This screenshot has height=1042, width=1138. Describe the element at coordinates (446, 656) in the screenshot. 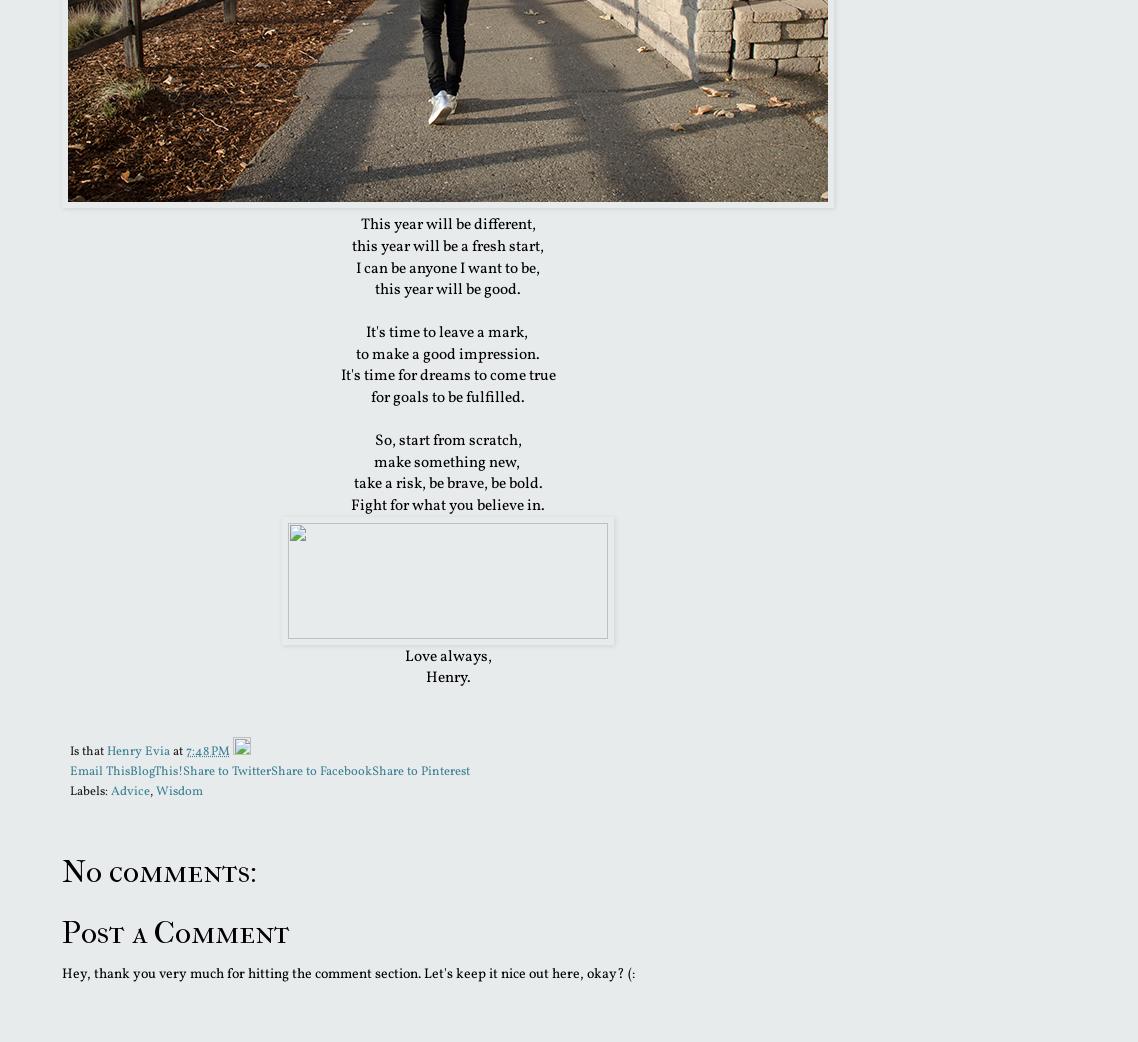

I see `'Love always,'` at that location.